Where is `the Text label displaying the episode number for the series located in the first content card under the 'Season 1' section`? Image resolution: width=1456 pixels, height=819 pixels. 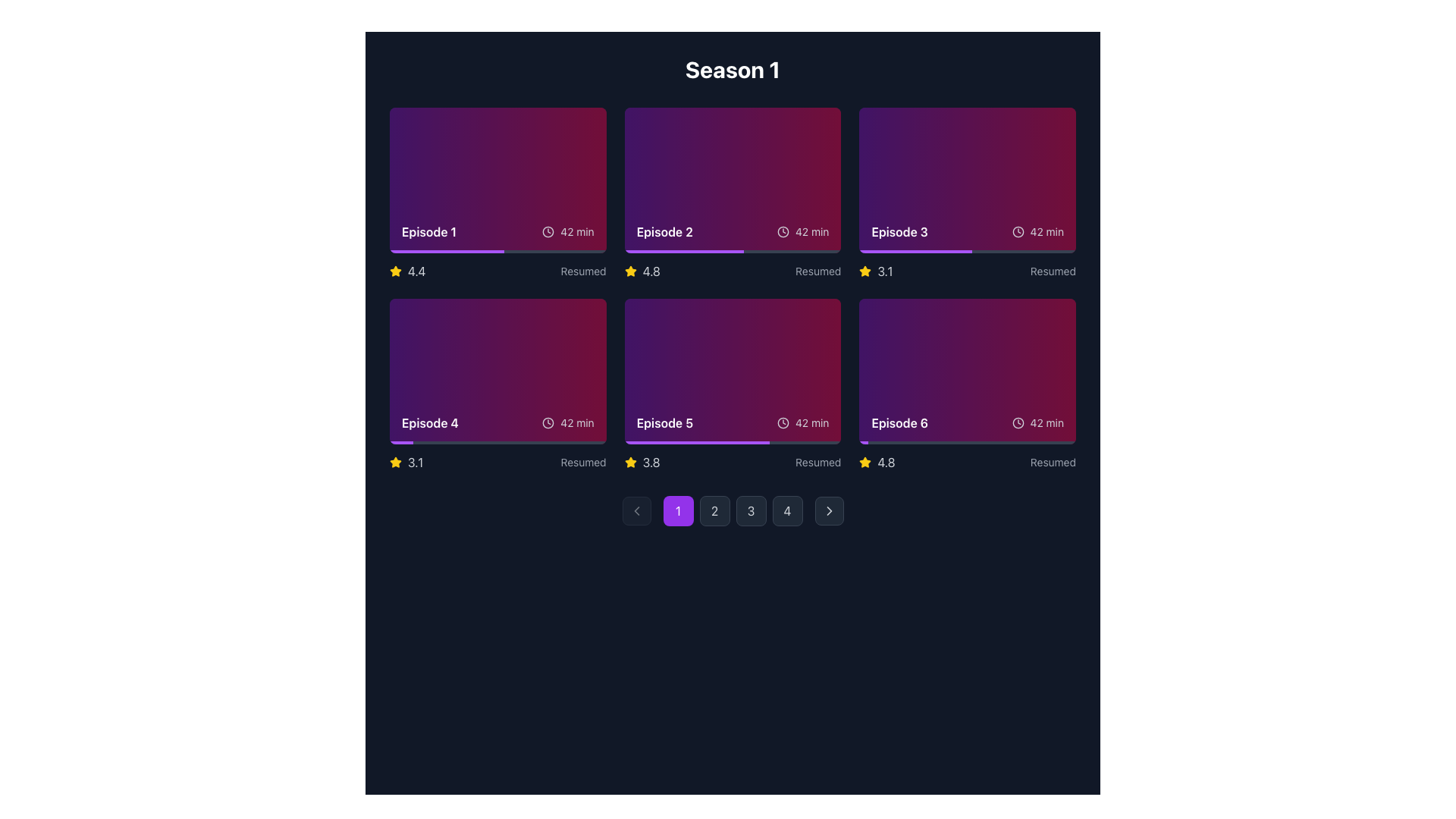 the Text label displaying the episode number for the series located in the first content card under the 'Season 1' section is located at coordinates (428, 231).